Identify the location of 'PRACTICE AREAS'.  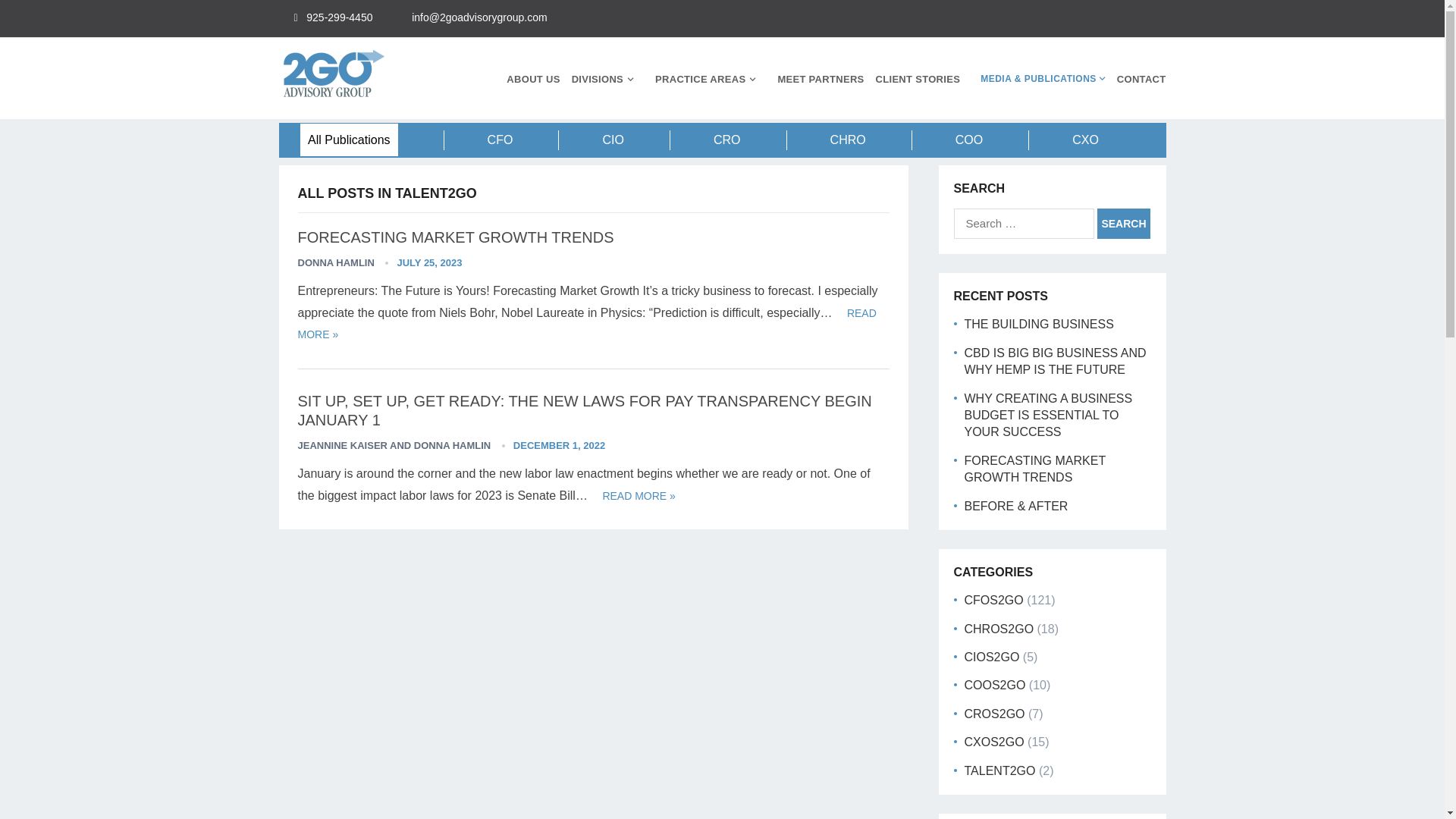
(655, 79).